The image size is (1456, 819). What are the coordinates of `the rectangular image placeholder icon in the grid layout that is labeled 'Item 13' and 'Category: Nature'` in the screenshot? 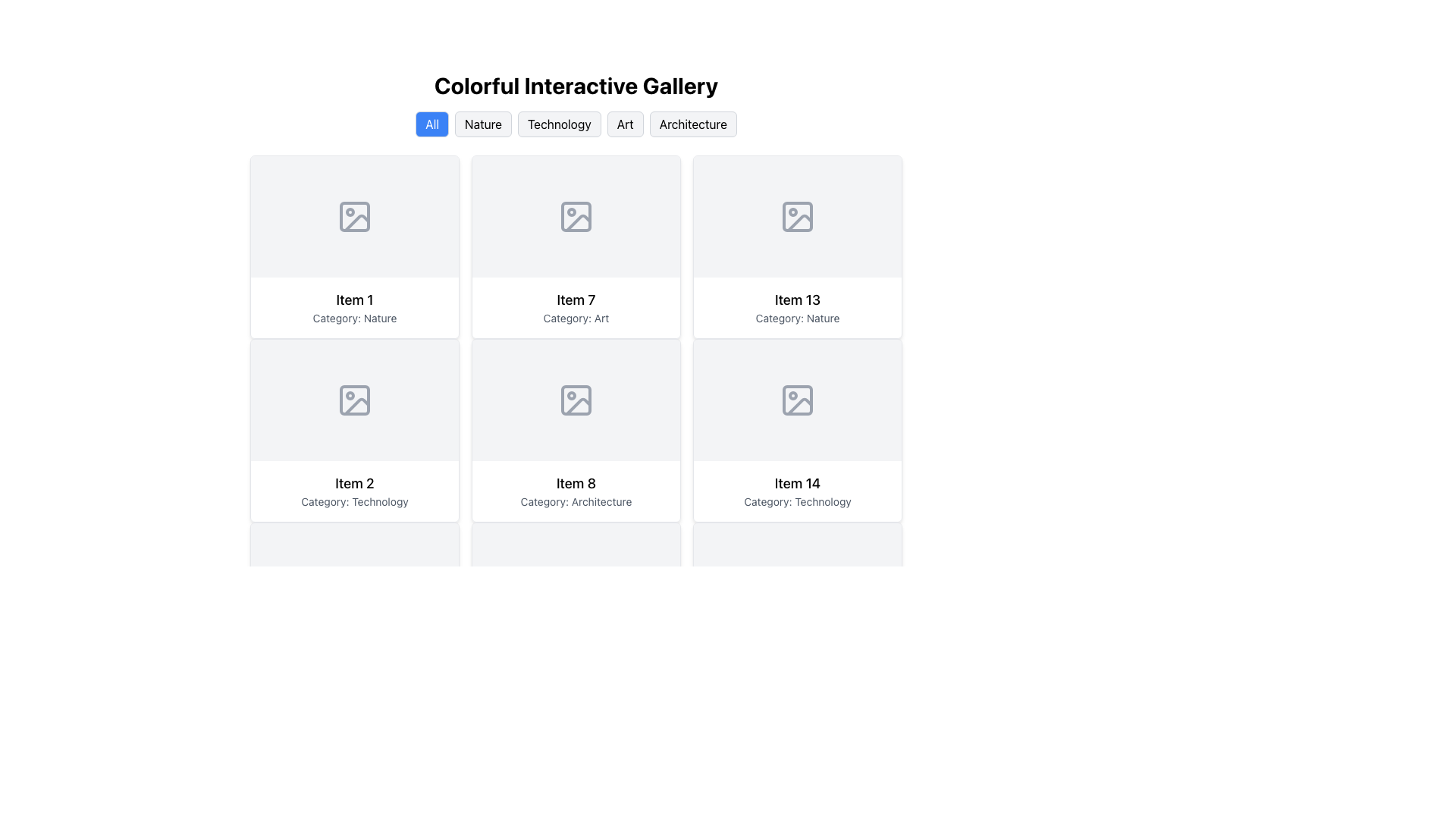 It's located at (796, 216).